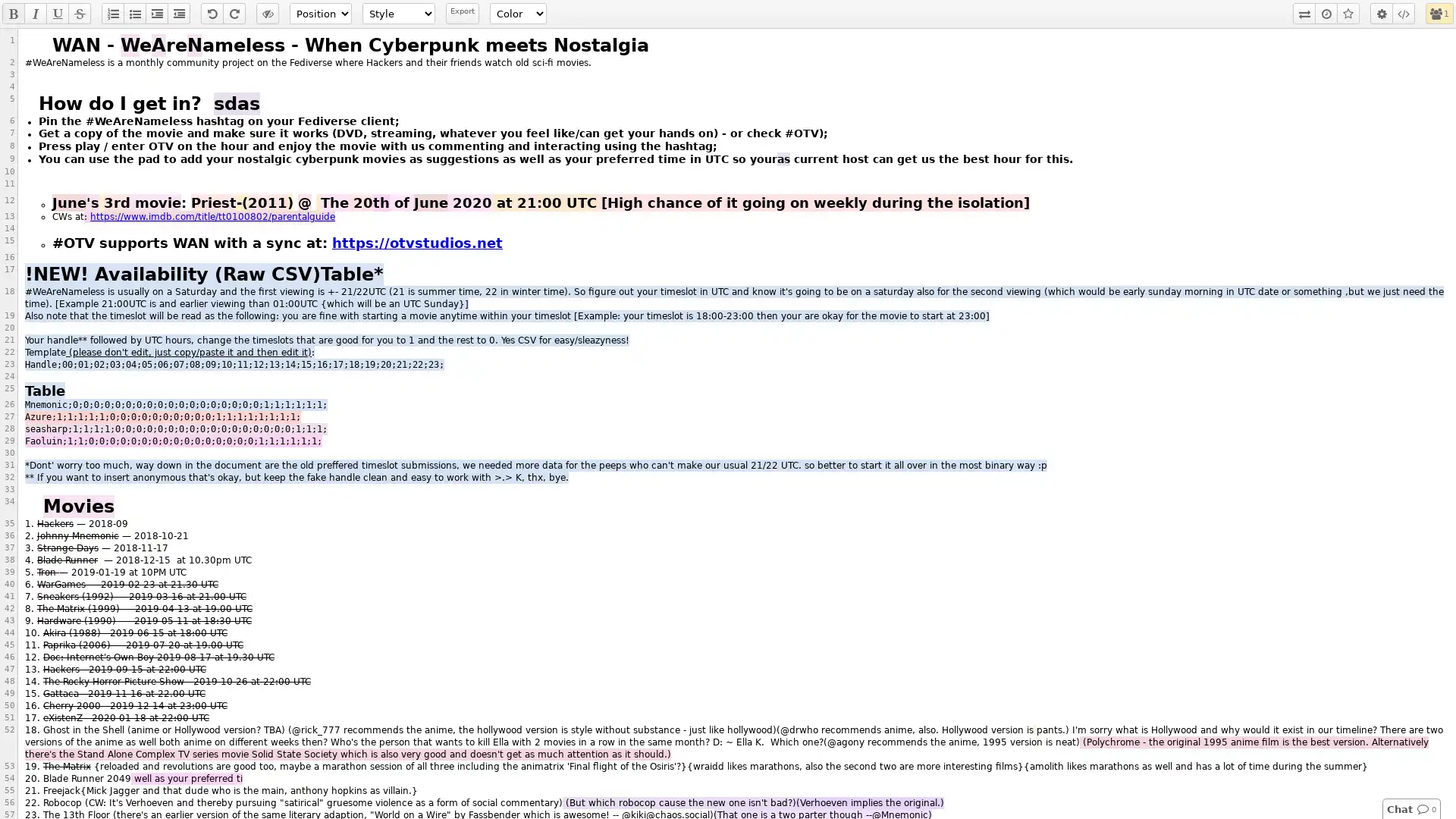  I want to click on Save Revision, so click(1348, 14).